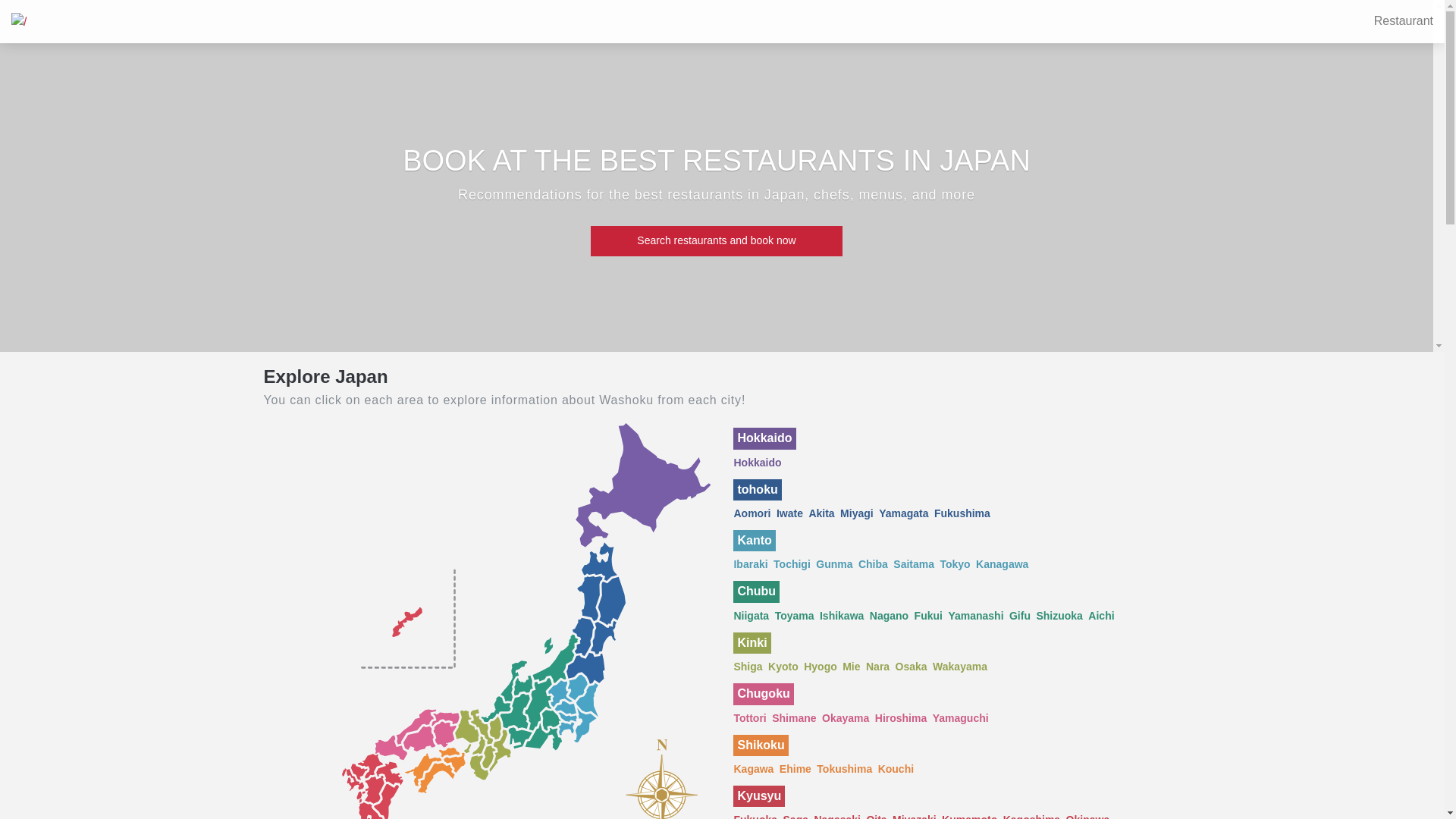 This screenshot has width=1456, height=819. Describe the element at coordinates (1392, 20) in the screenshot. I see `'Restaurant'` at that location.